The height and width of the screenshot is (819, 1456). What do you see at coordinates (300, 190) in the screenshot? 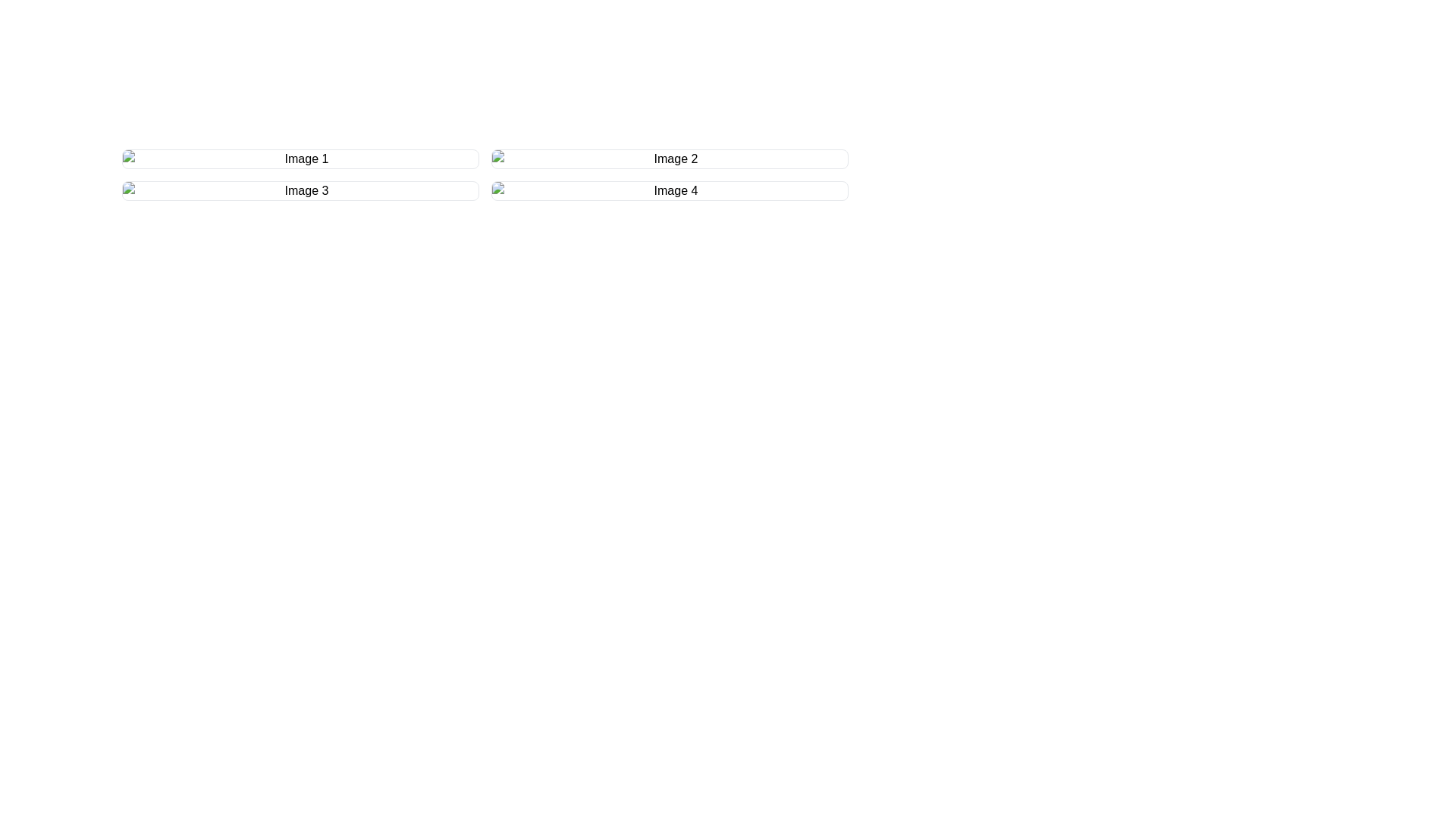
I see `the visual placeholder labeled 'Image 3', located in the second row of the grid layout, beneath 'Image 1'` at bounding box center [300, 190].